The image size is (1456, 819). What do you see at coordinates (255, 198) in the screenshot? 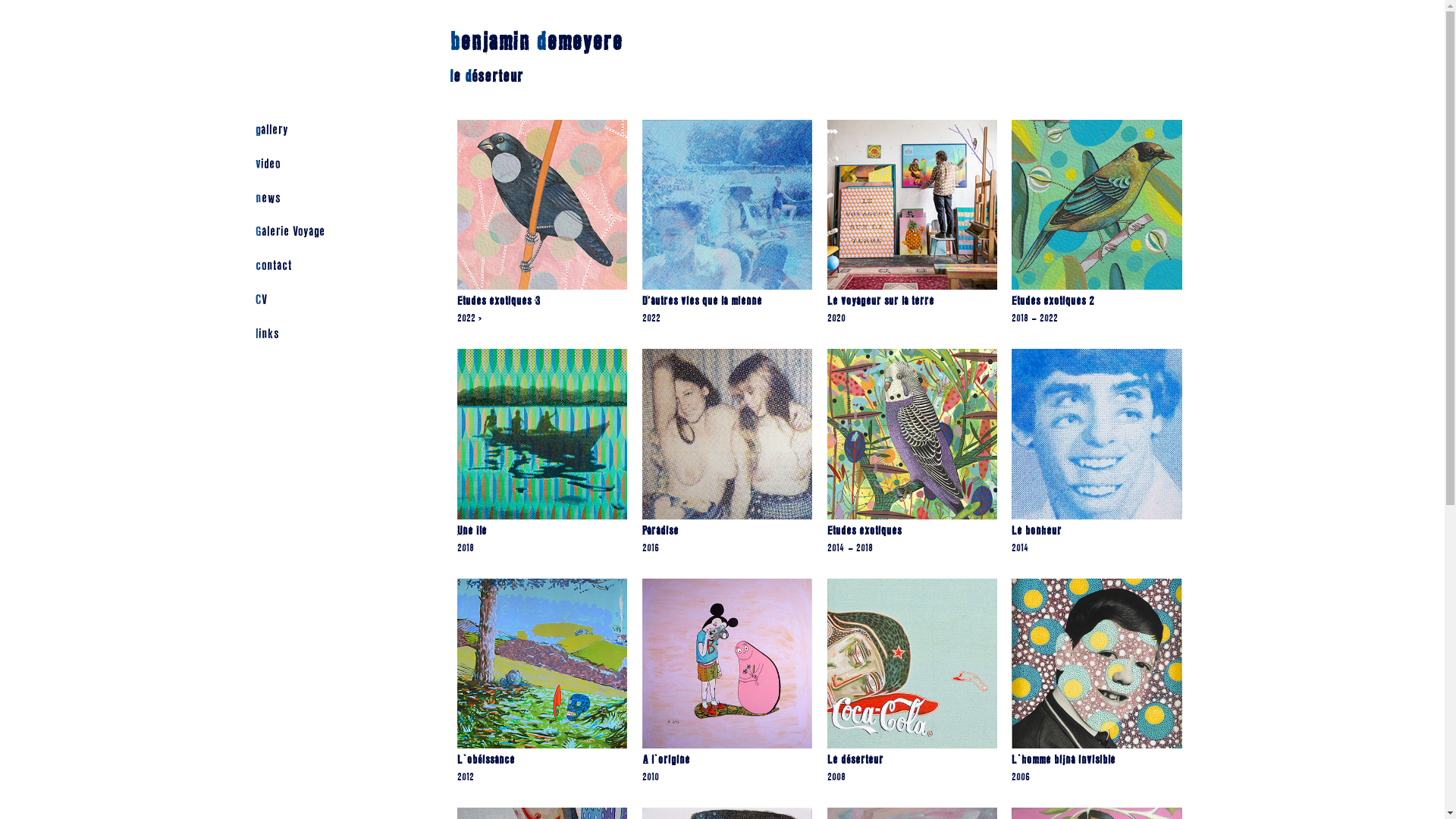
I see `'news'` at bounding box center [255, 198].